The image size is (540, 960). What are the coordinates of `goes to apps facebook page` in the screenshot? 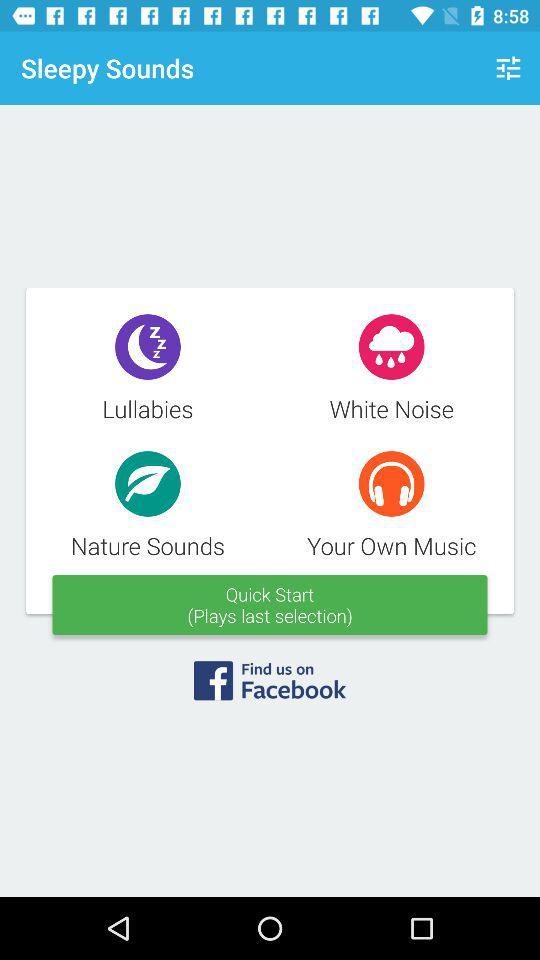 It's located at (270, 687).